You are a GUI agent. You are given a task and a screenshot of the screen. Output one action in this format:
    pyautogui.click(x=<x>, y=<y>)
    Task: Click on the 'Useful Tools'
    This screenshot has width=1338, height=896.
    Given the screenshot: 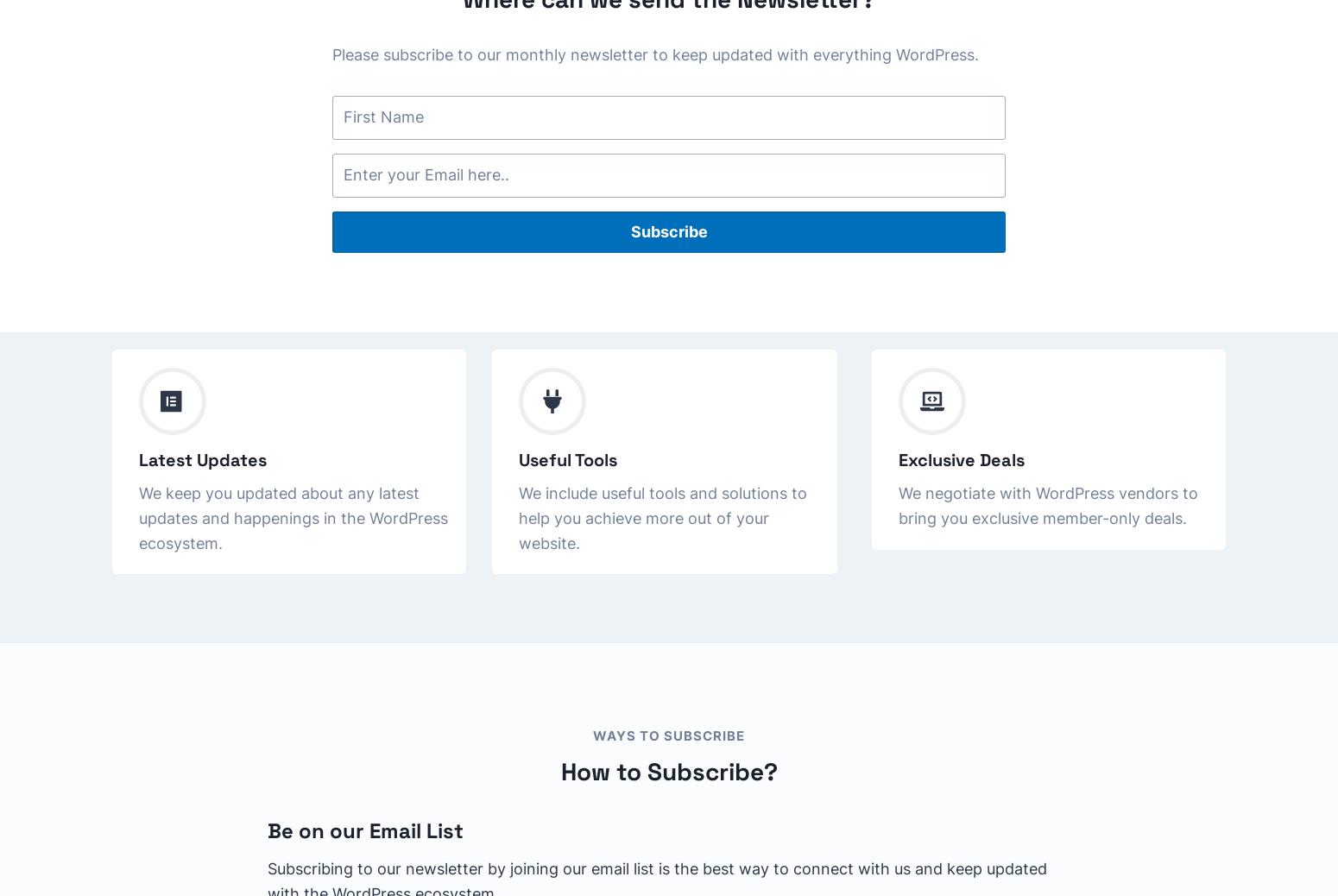 What is the action you would take?
    pyautogui.click(x=566, y=459)
    